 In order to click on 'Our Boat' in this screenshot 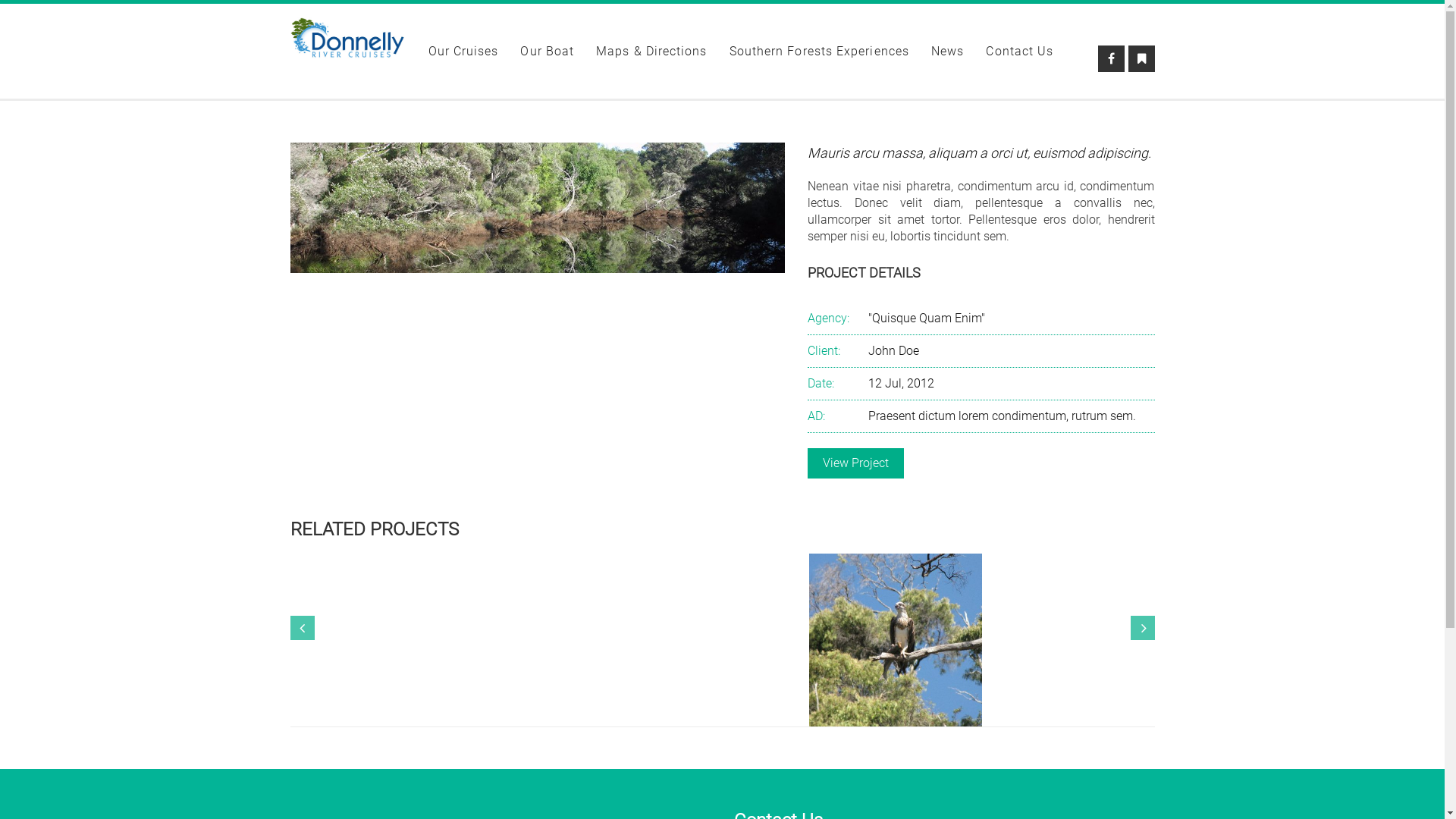, I will do `click(546, 52)`.